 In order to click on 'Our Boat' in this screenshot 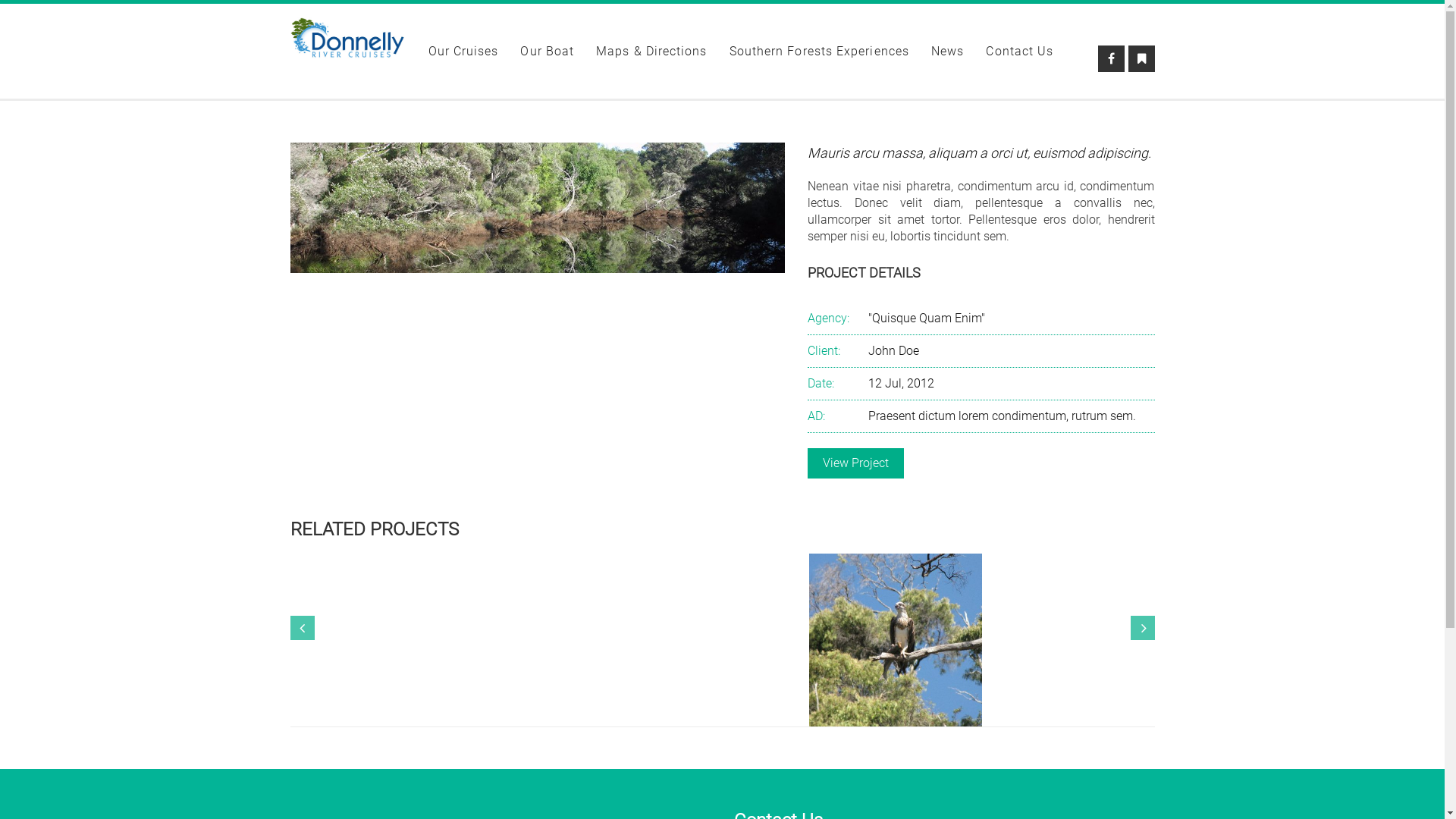, I will do `click(546, 52)`.